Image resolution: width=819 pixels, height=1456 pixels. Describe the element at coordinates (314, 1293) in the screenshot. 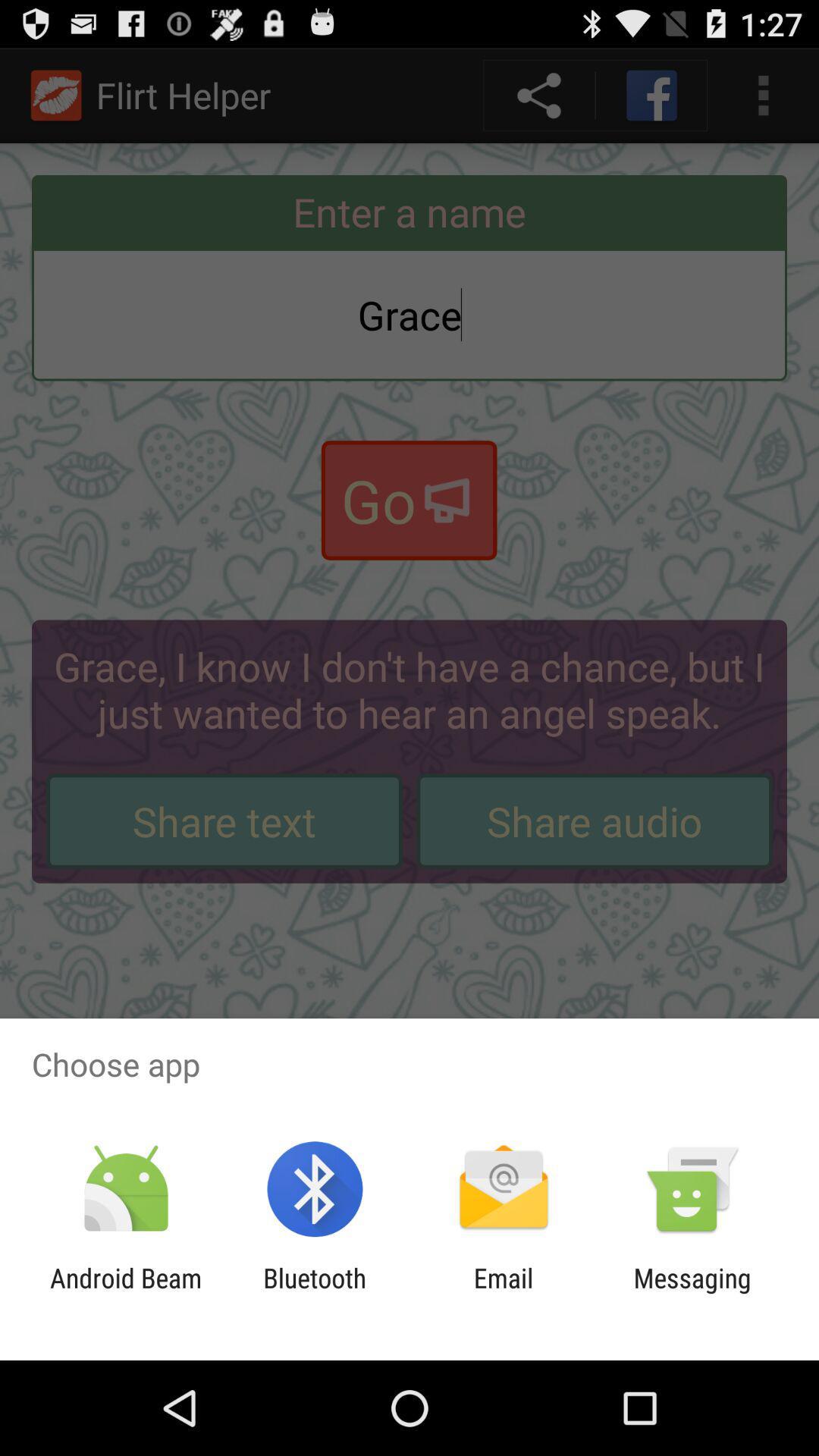

I see `the app next to email` at that location.